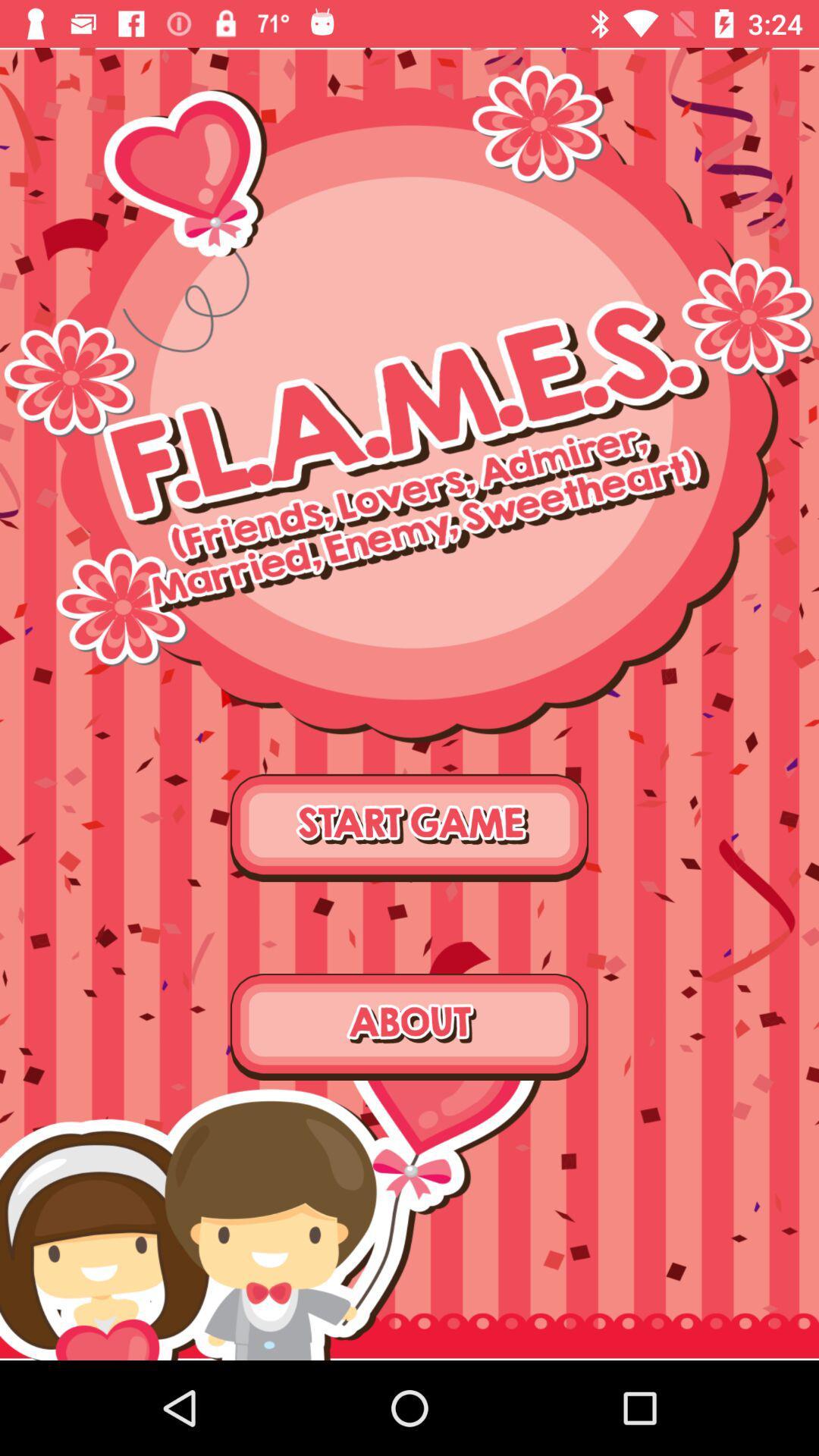  Describe the element at coordinates (409, 827) in the screenshot. I see `start game` at that location.